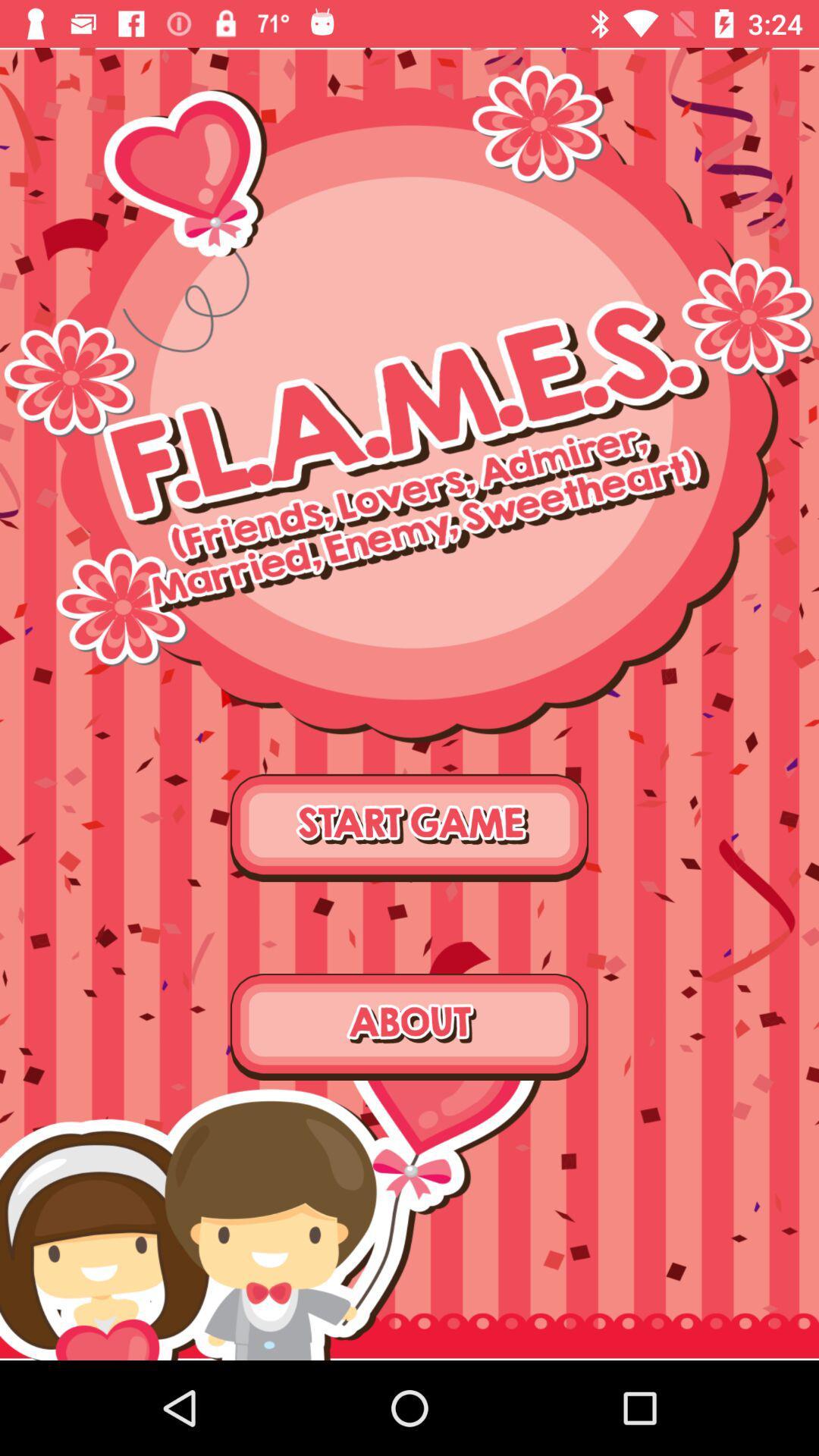  Describe the element at coordinates (409, 827) in the screenshot. I see `start game` at that location.